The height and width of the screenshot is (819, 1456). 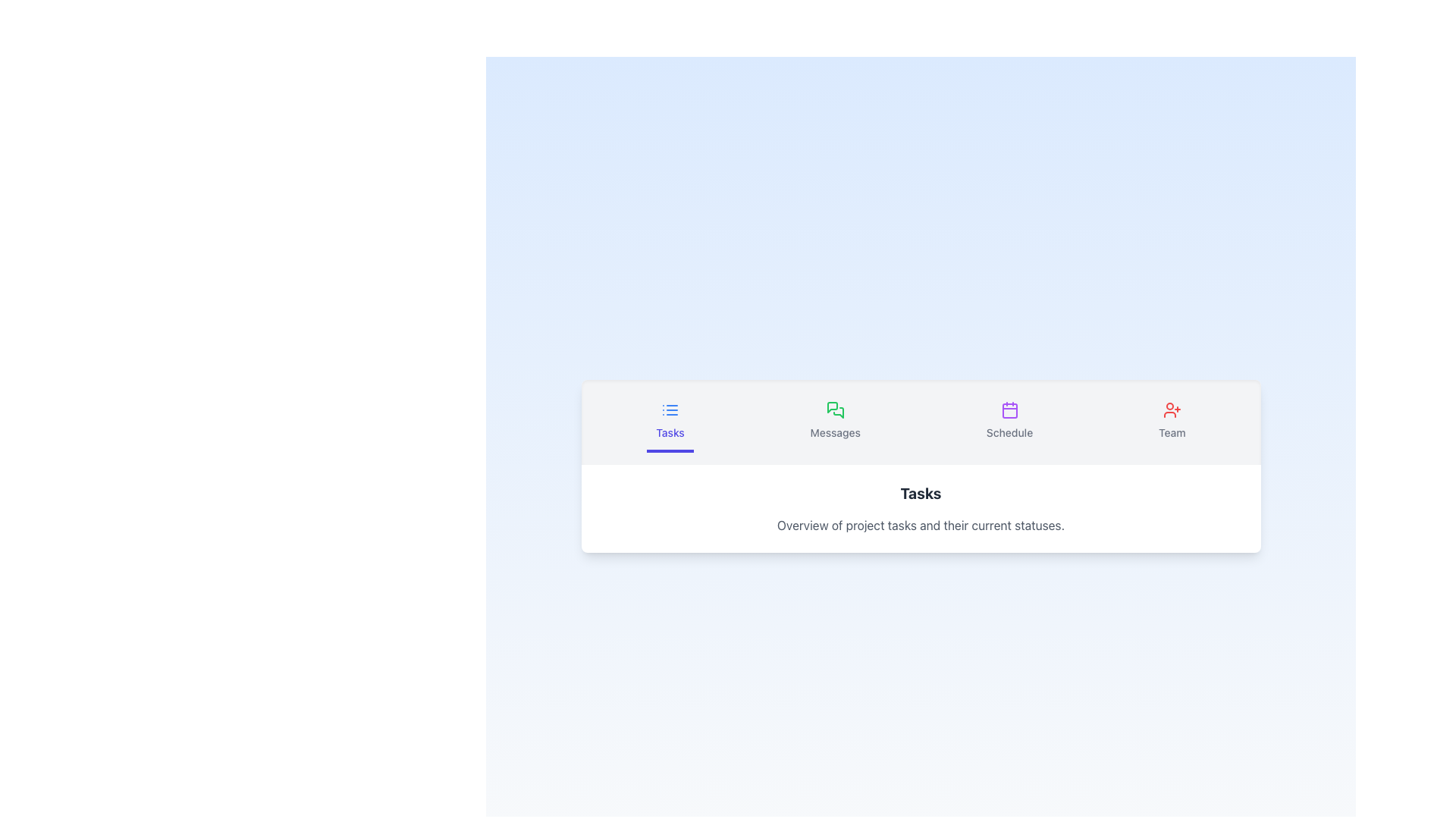 I want to click on the calendar SVG icon in the navigation bar, so click(x=1009, y=409).